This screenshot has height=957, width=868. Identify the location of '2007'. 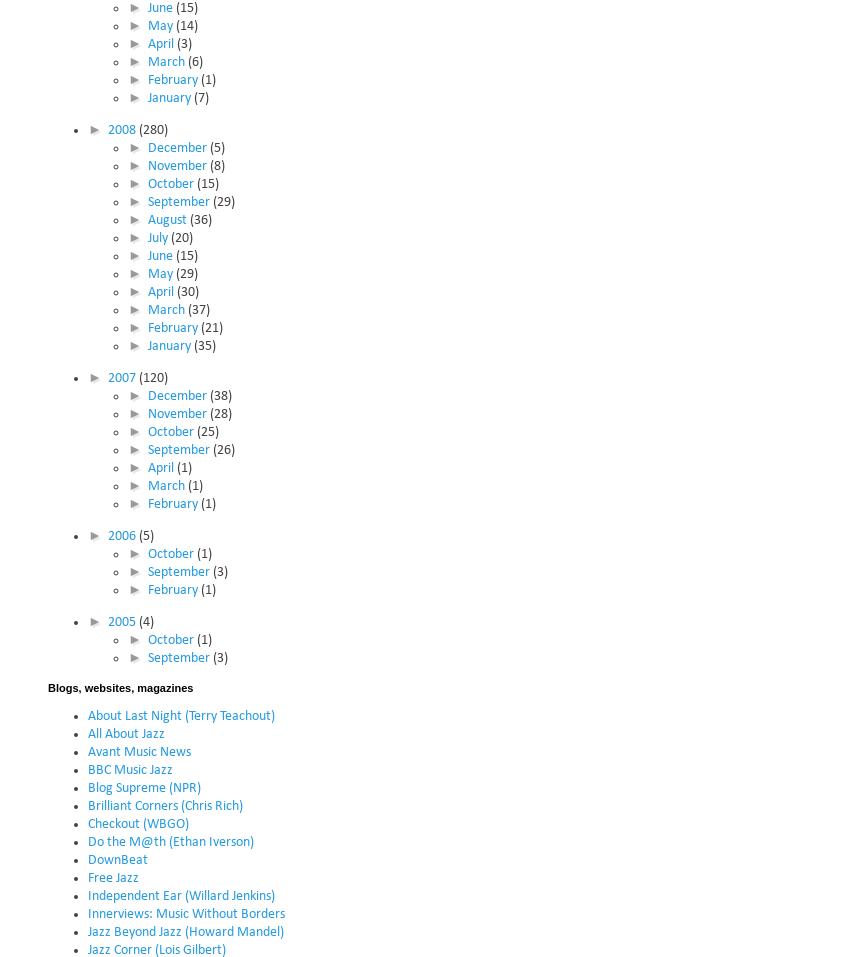
(122, 377).